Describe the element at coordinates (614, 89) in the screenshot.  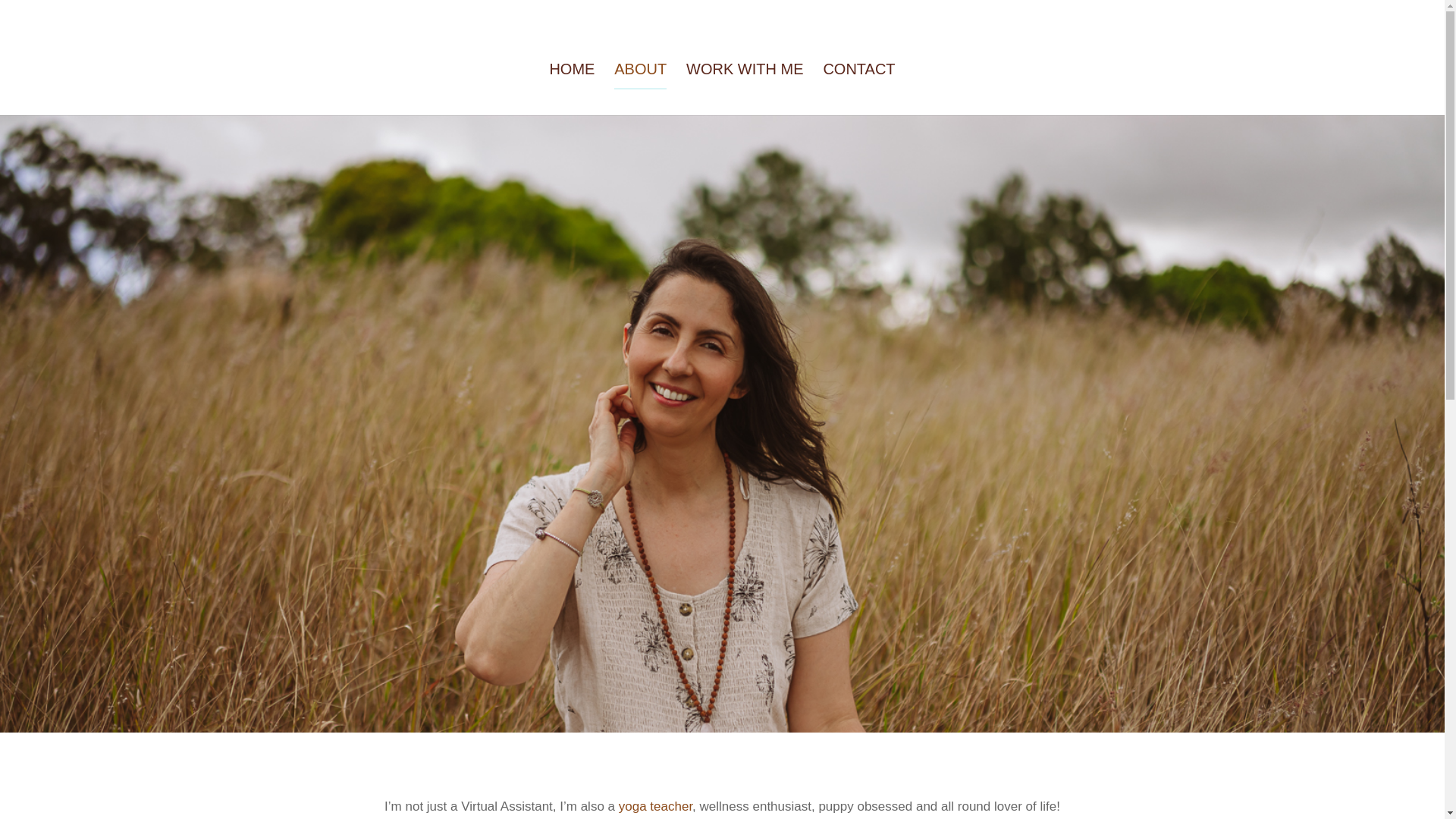
I see `'ABOUT'` at that location.